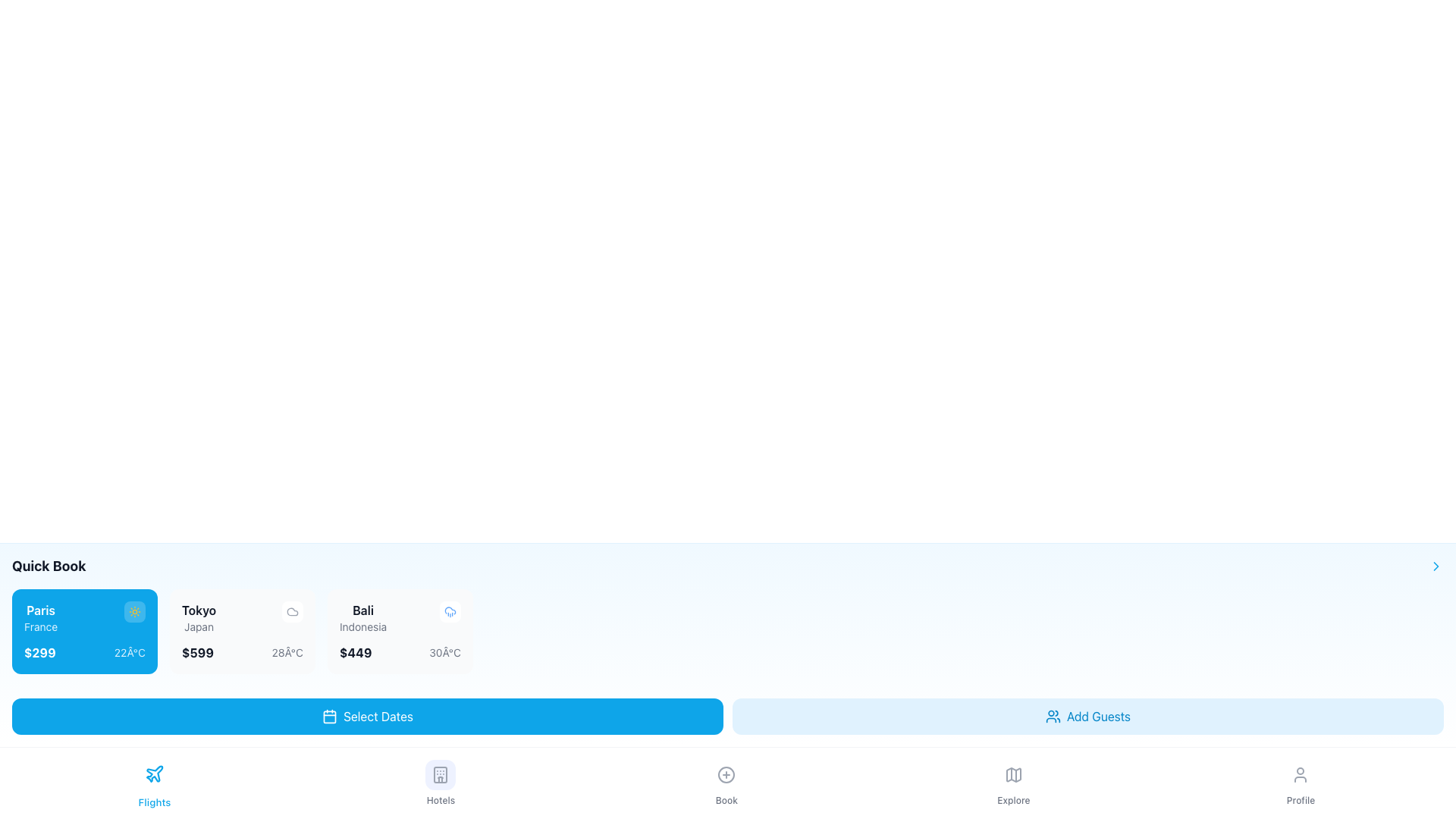  Describe the element at coordinates (444, 651) in the screenshot. I see `the temperature text label displaying '30Â°C' located at the bottom right of the 'Bali Indonesia' section, which is to the right of the '$449' price text` at that location.